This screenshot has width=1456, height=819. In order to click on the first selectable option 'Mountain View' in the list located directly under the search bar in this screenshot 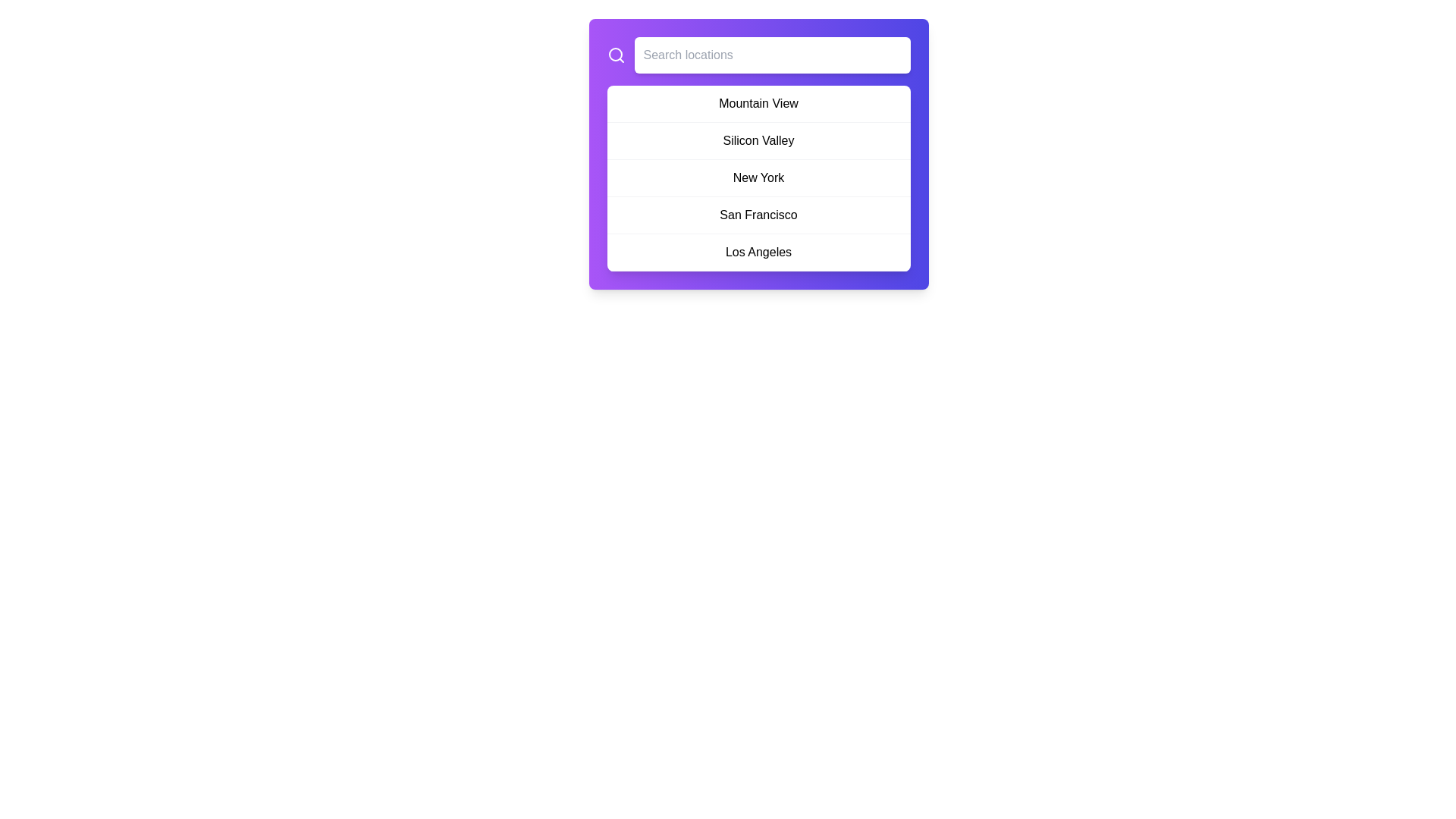, I will do `click(758, 103)`.